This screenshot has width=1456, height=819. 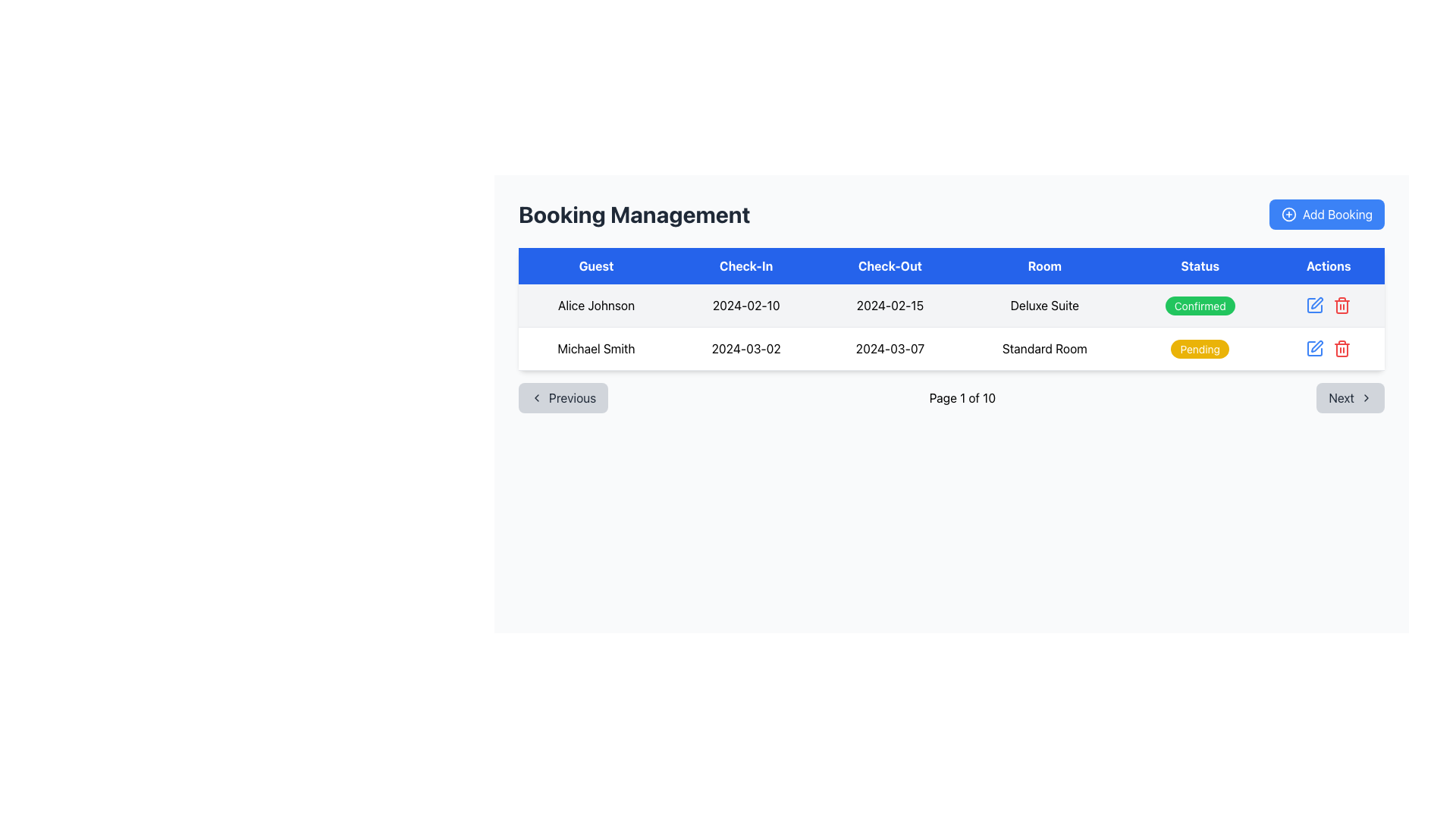 I want to click on the 'Previous' button, which is a rectangular button with a gray background and rounded corners, containing the text 'Previous' and a left-pointing chevron icon, so click(x=563, y=397).